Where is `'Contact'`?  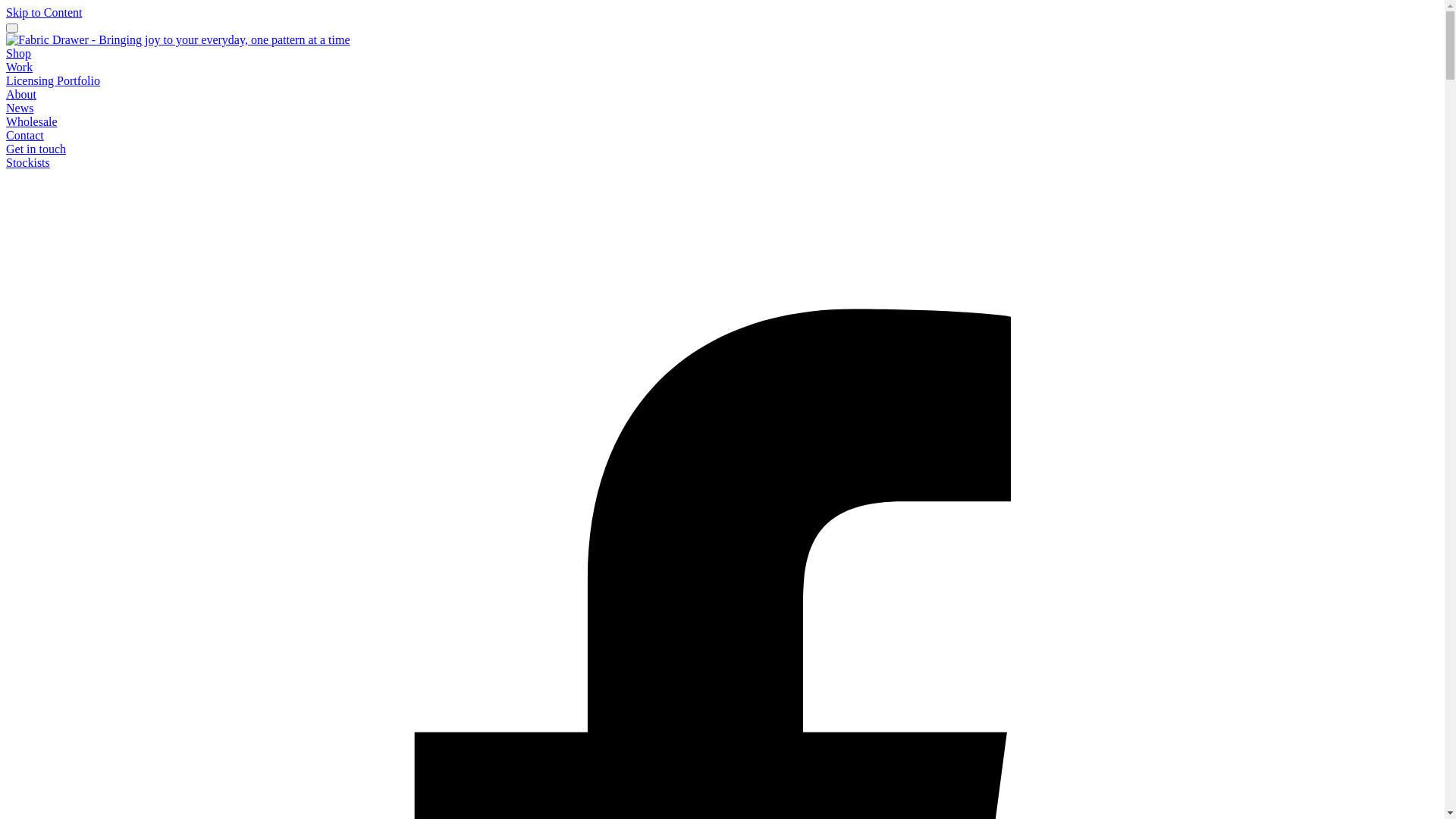
'Contact' is located at coordinates (25, 134).